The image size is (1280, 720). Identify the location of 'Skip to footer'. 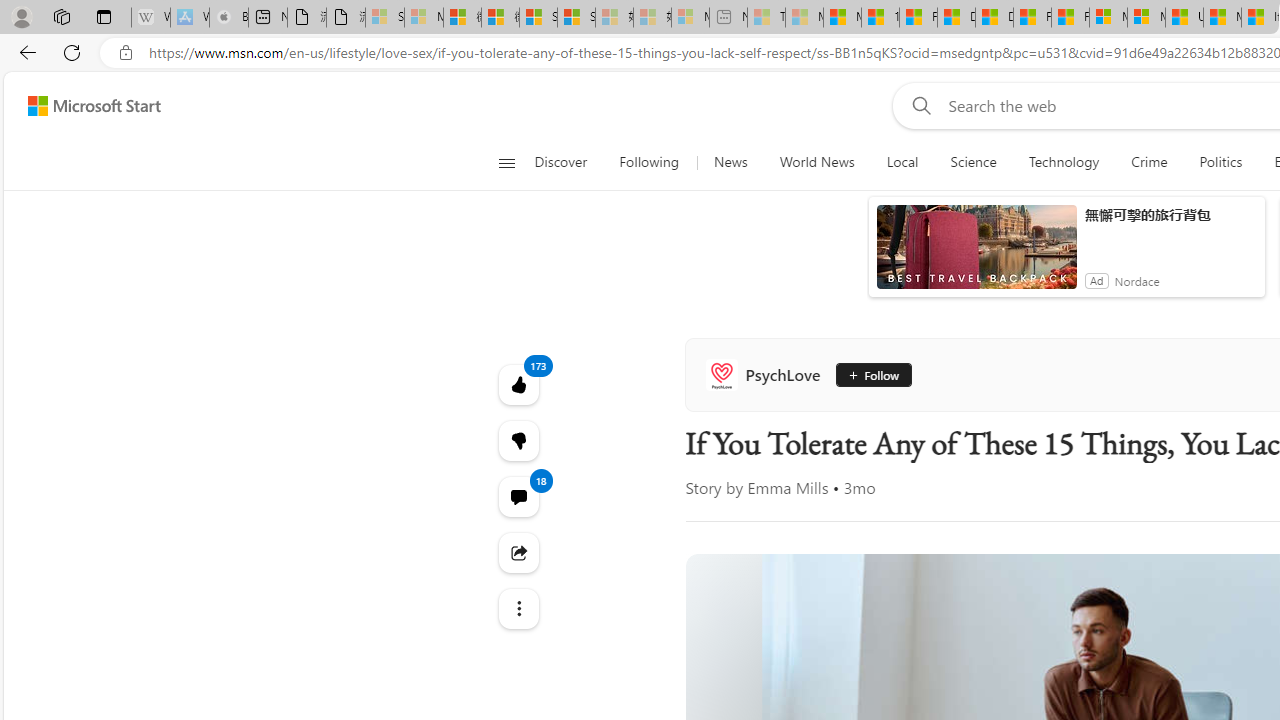
(81, 105).